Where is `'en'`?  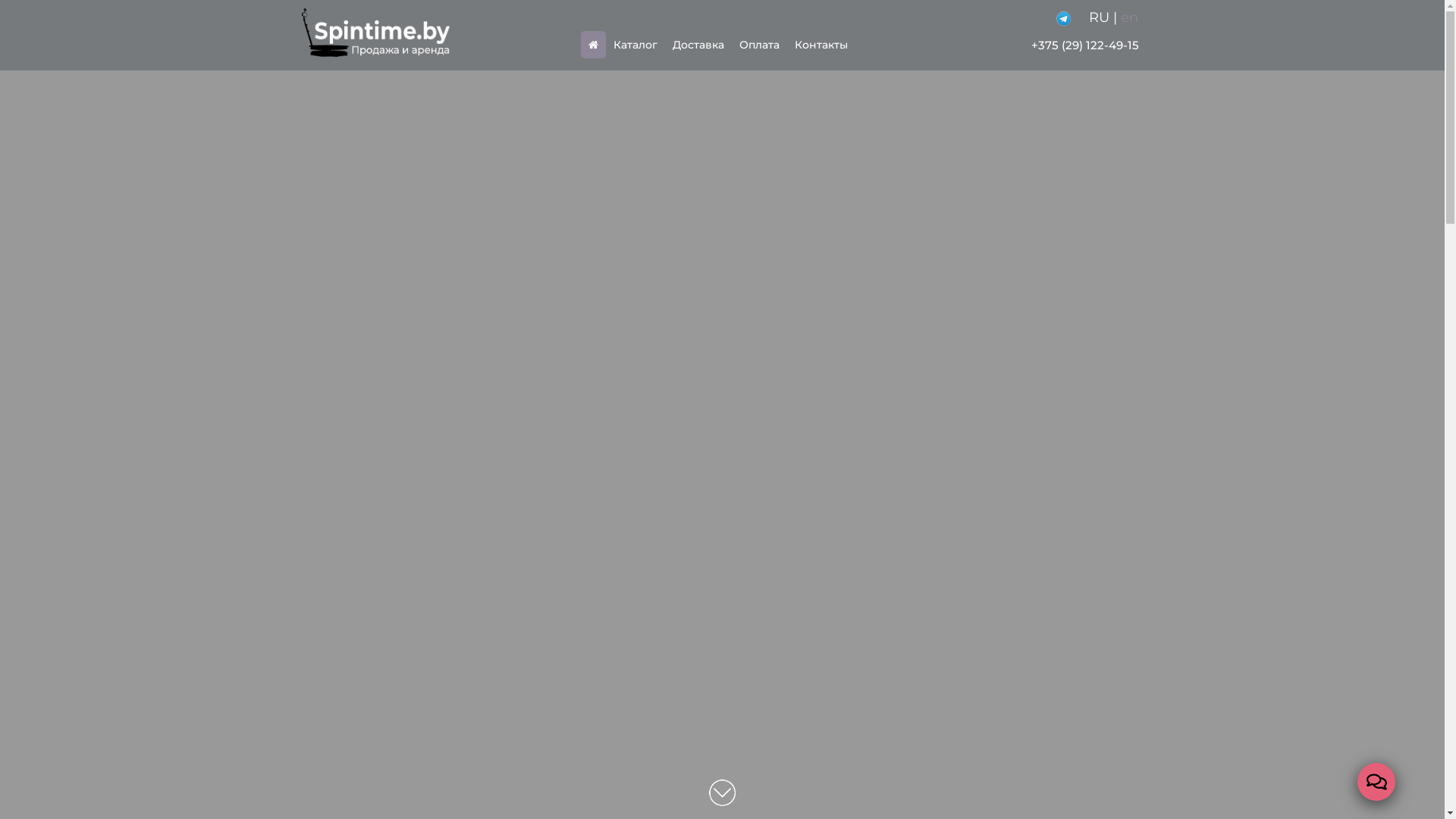 'en' is located at coordinates (1129, 17).